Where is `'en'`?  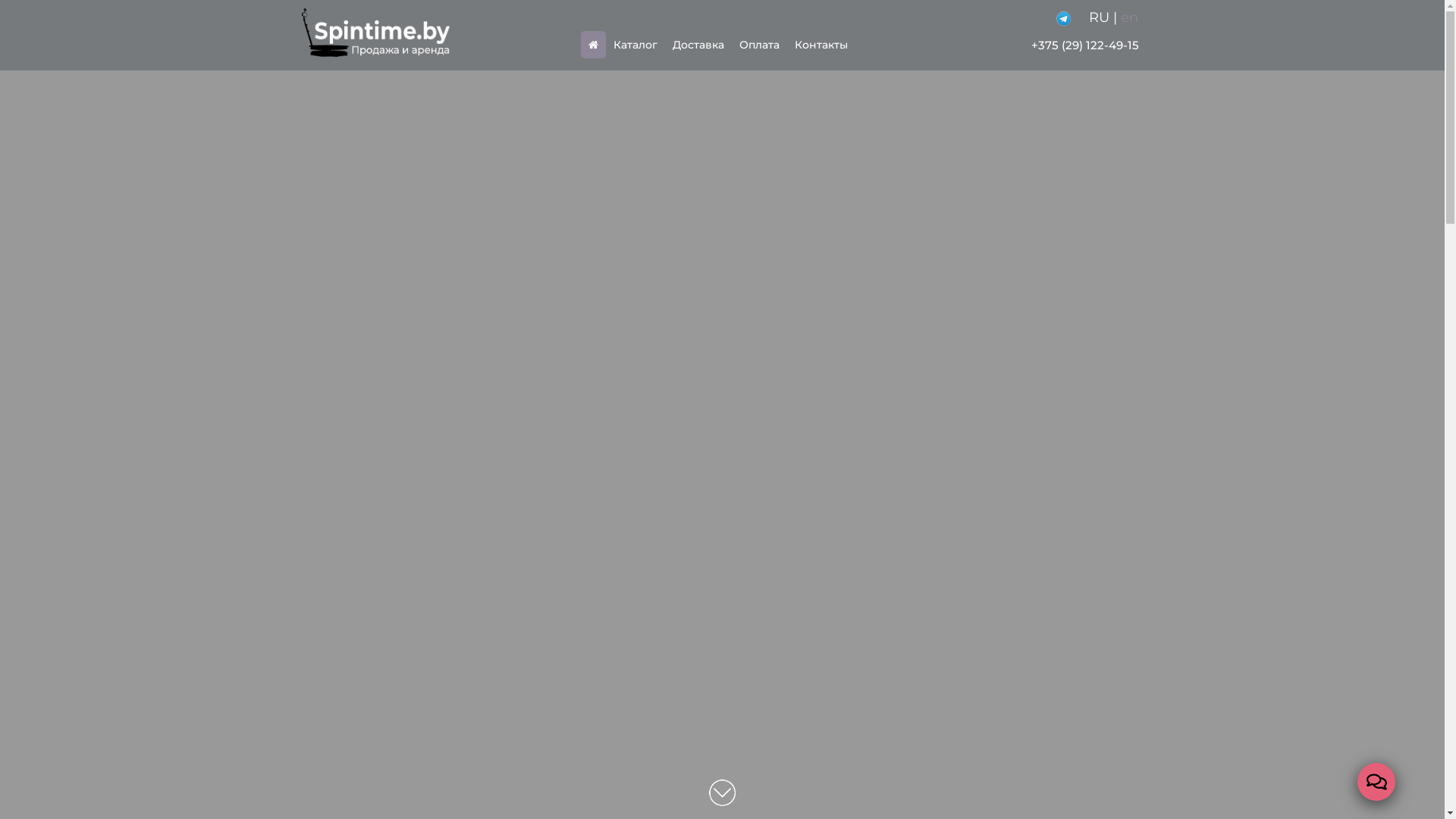 'en' is located at coordinates (1129, 17).